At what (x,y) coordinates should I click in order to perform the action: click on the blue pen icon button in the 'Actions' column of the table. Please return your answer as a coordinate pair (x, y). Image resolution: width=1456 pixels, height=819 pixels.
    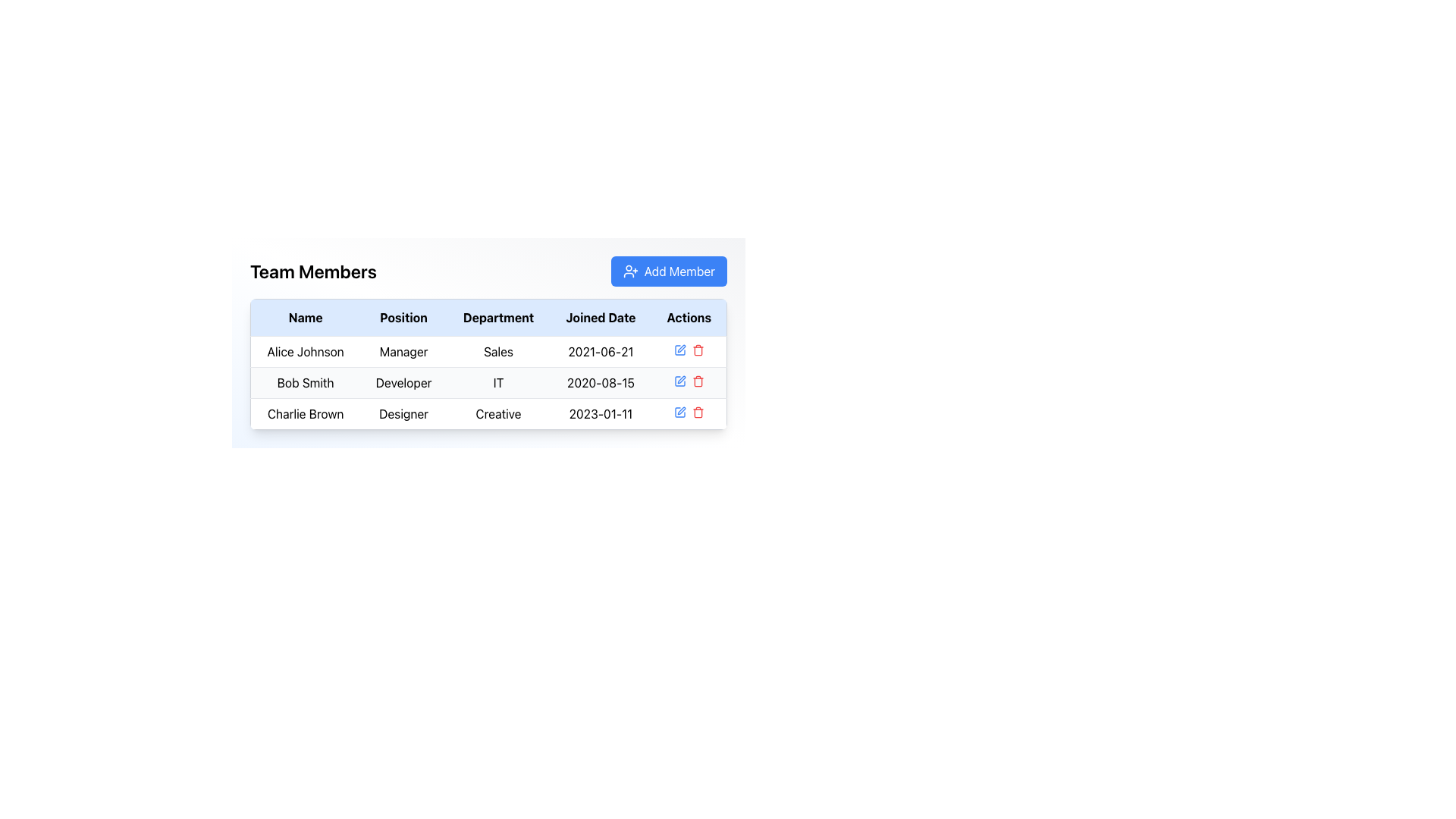
    Looking at the image, I should click on (679, 412).